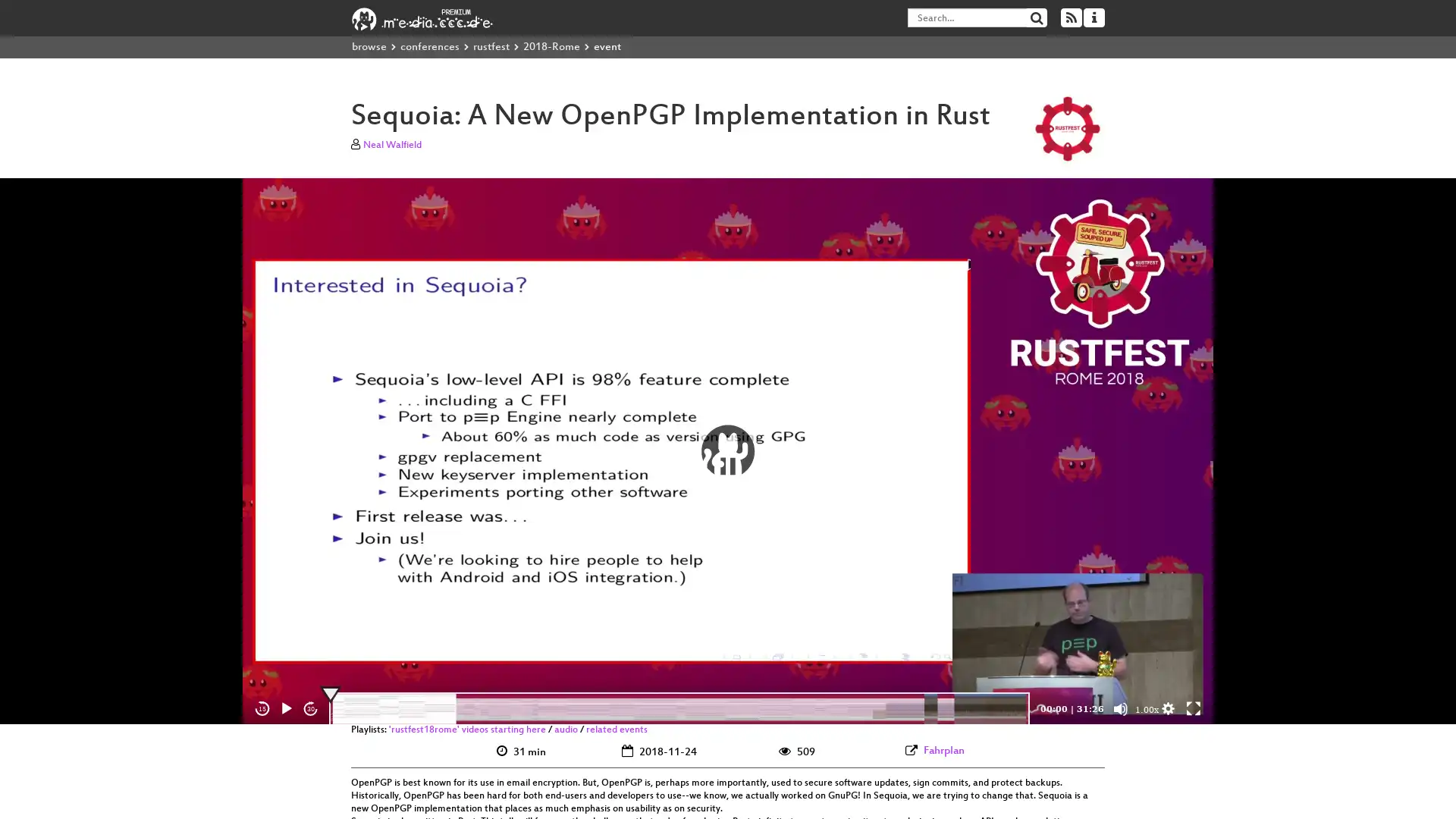 This screenshot has height=819, width=1456. I want to click on Jump forward 30 seconds, so click(309, 708).